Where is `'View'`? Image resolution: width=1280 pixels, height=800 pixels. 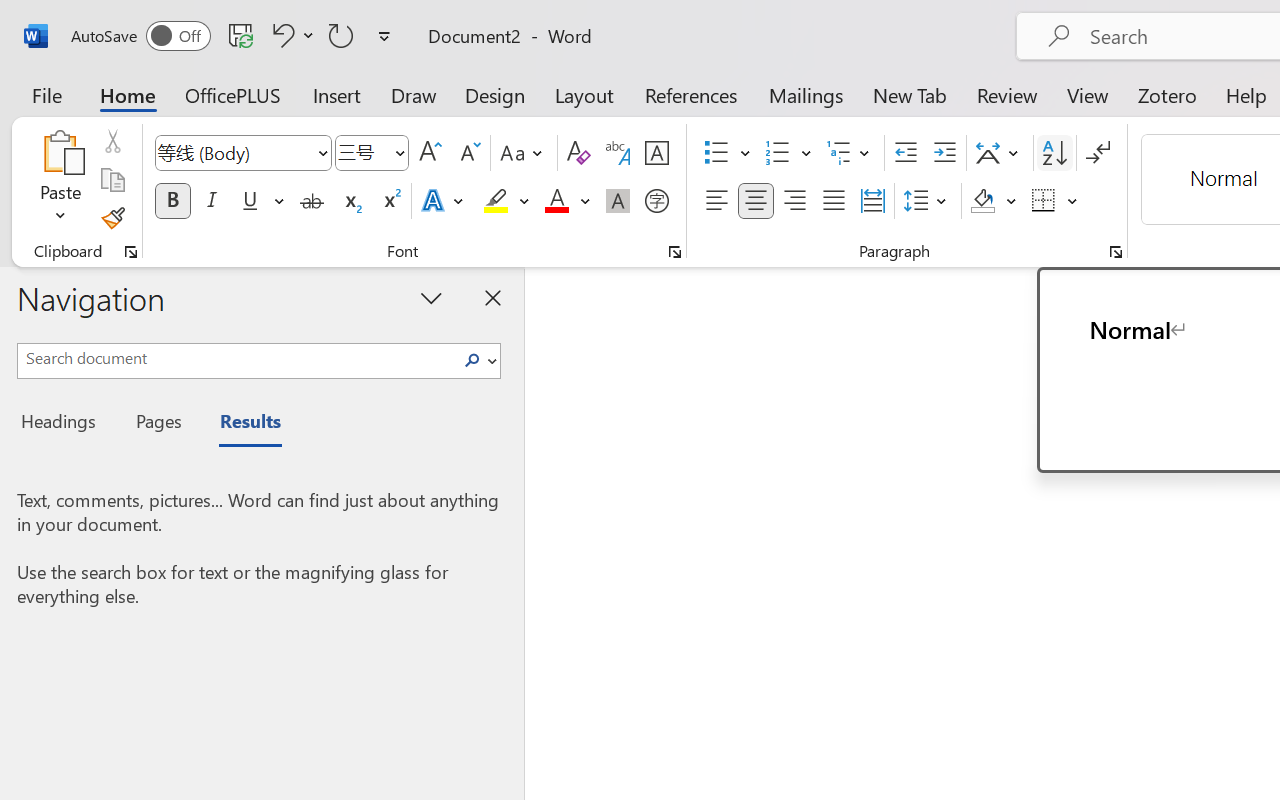 'View' is located at coordinates (1087, 94).